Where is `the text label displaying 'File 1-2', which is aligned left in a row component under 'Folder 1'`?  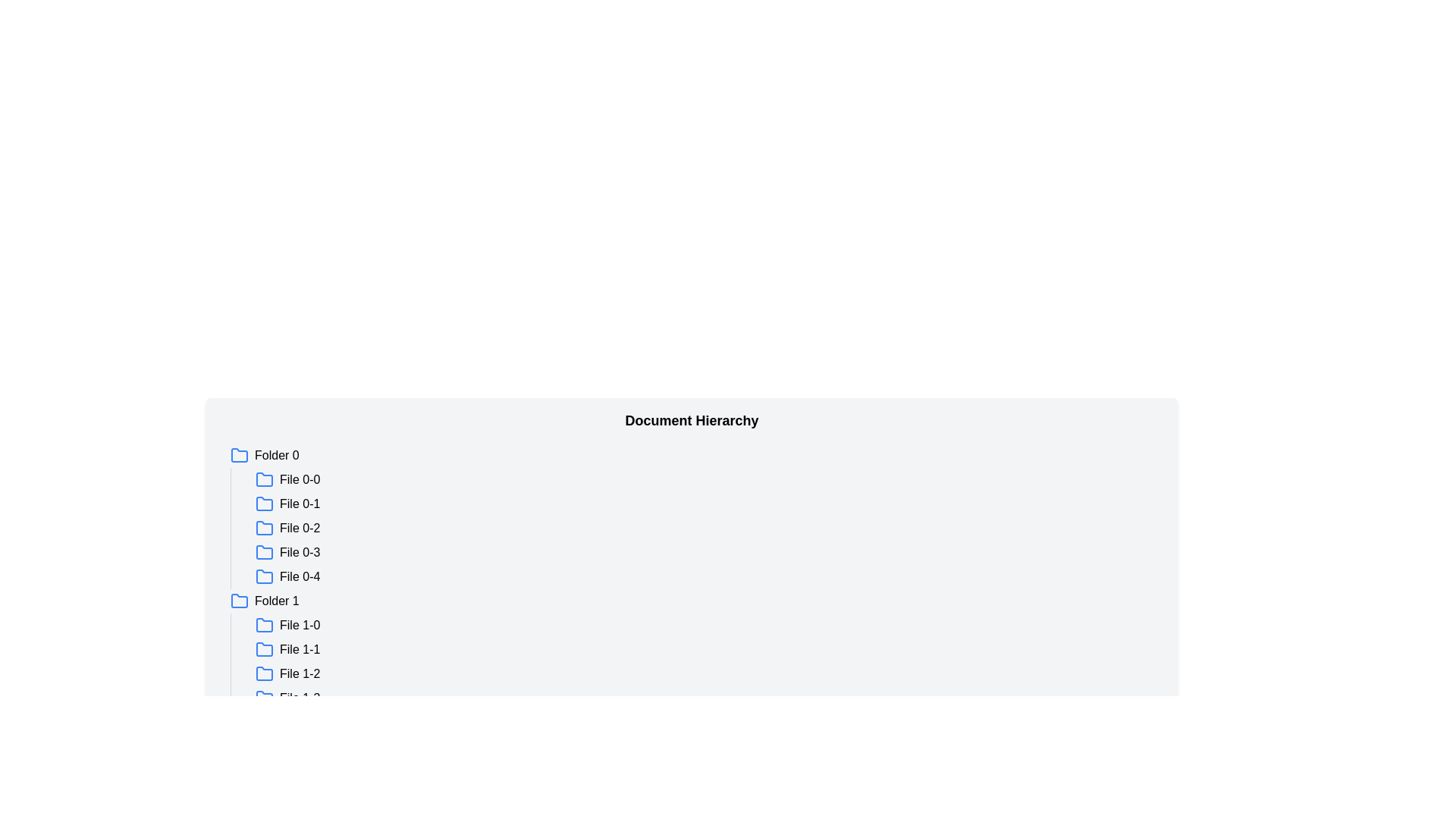
the text label displaying 'File 1-2', which is aligned left in a row component under 'Folder 1' is located at coordinates (300, 673).